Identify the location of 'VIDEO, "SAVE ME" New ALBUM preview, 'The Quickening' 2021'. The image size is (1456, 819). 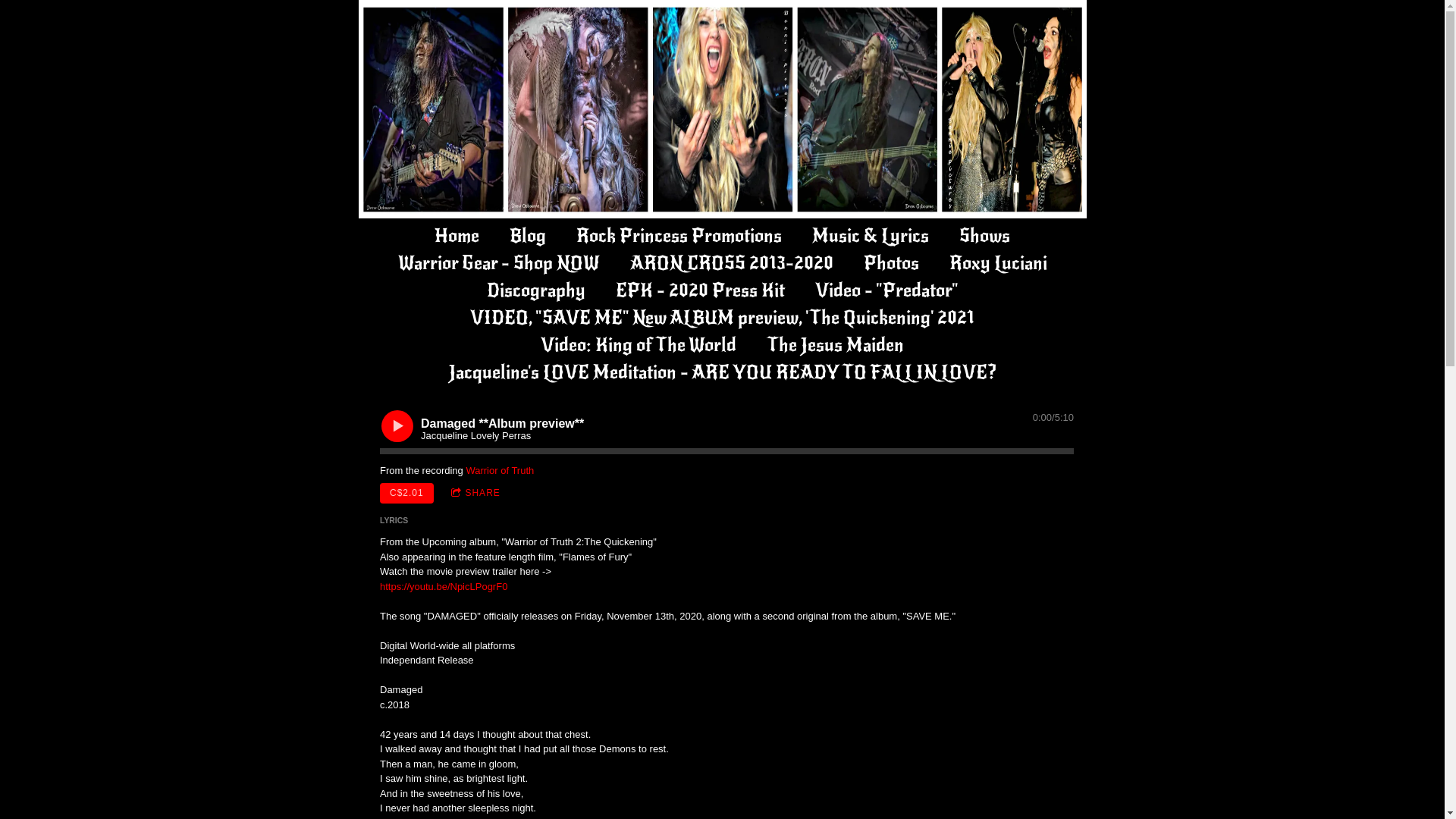
(721, 317).